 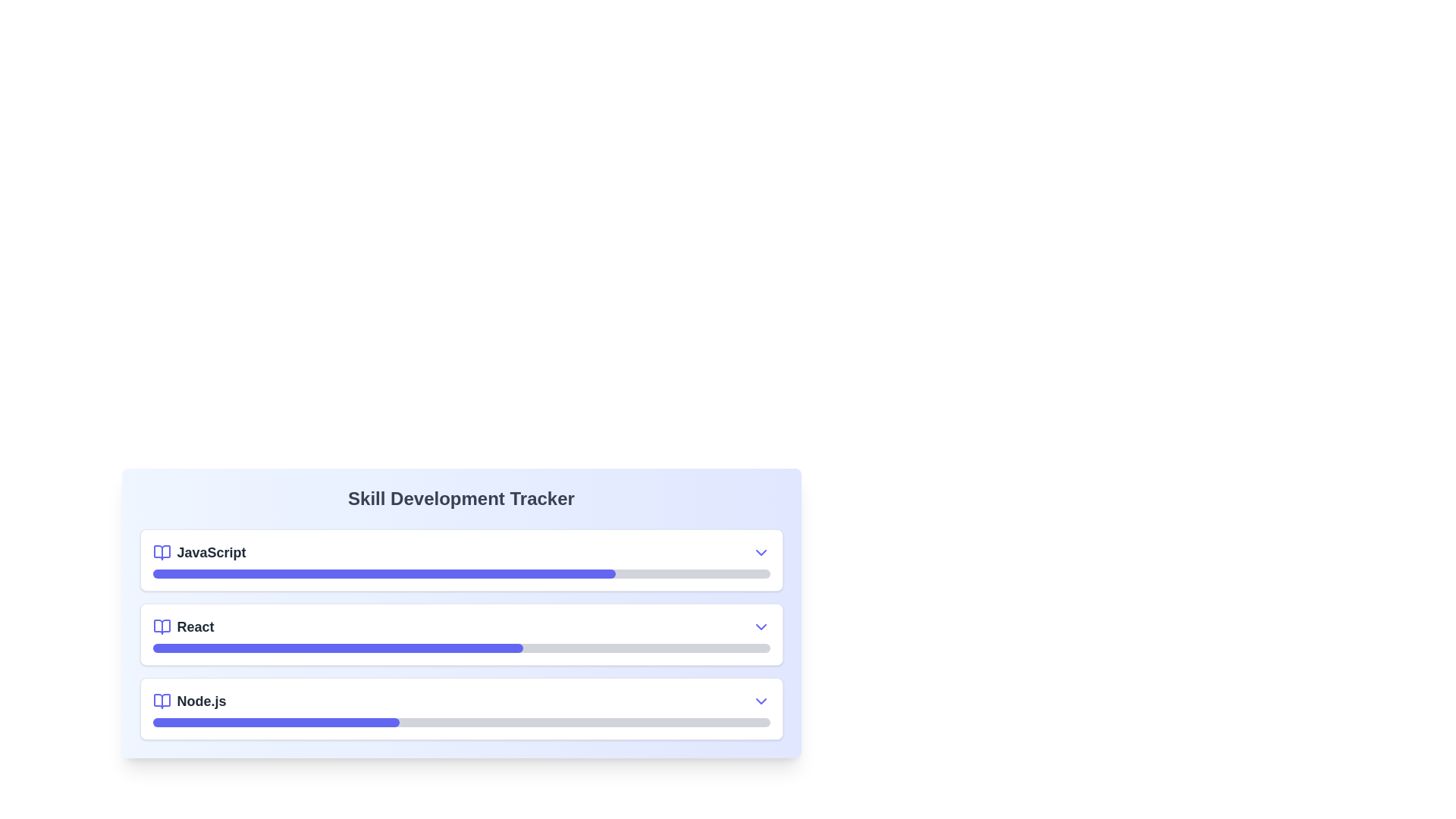 What do you see at coordinates (375, 721) in the screenshot?
I see `the progress bar` at bounding box center [375, 721].